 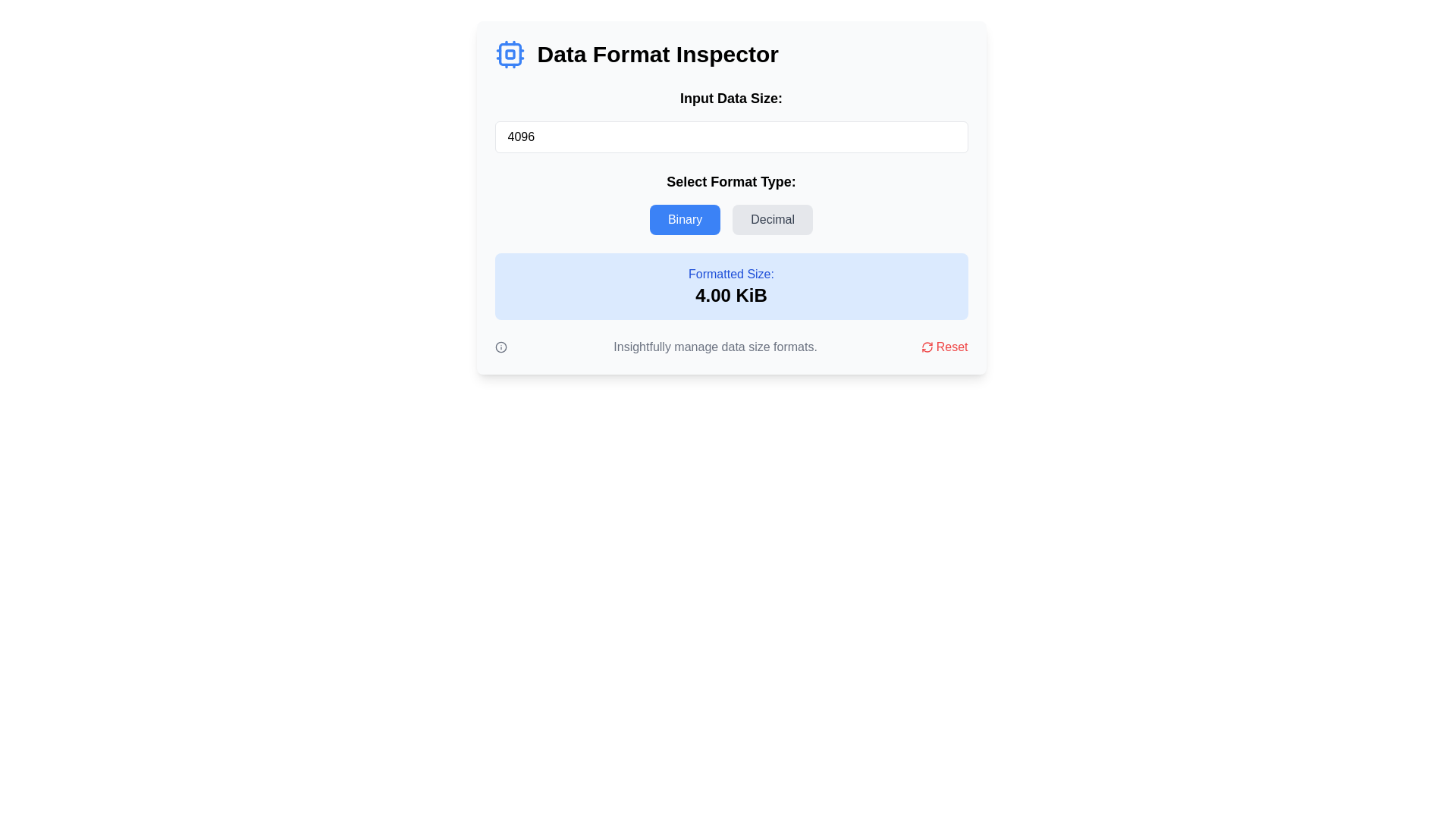 What do you see at coordinates (510, 54) in the screenshot?
I see `the decorative graphic element within the CPU icon, which is located in the upper-left quadrant of the user interface` at bounding box center [510, 54].